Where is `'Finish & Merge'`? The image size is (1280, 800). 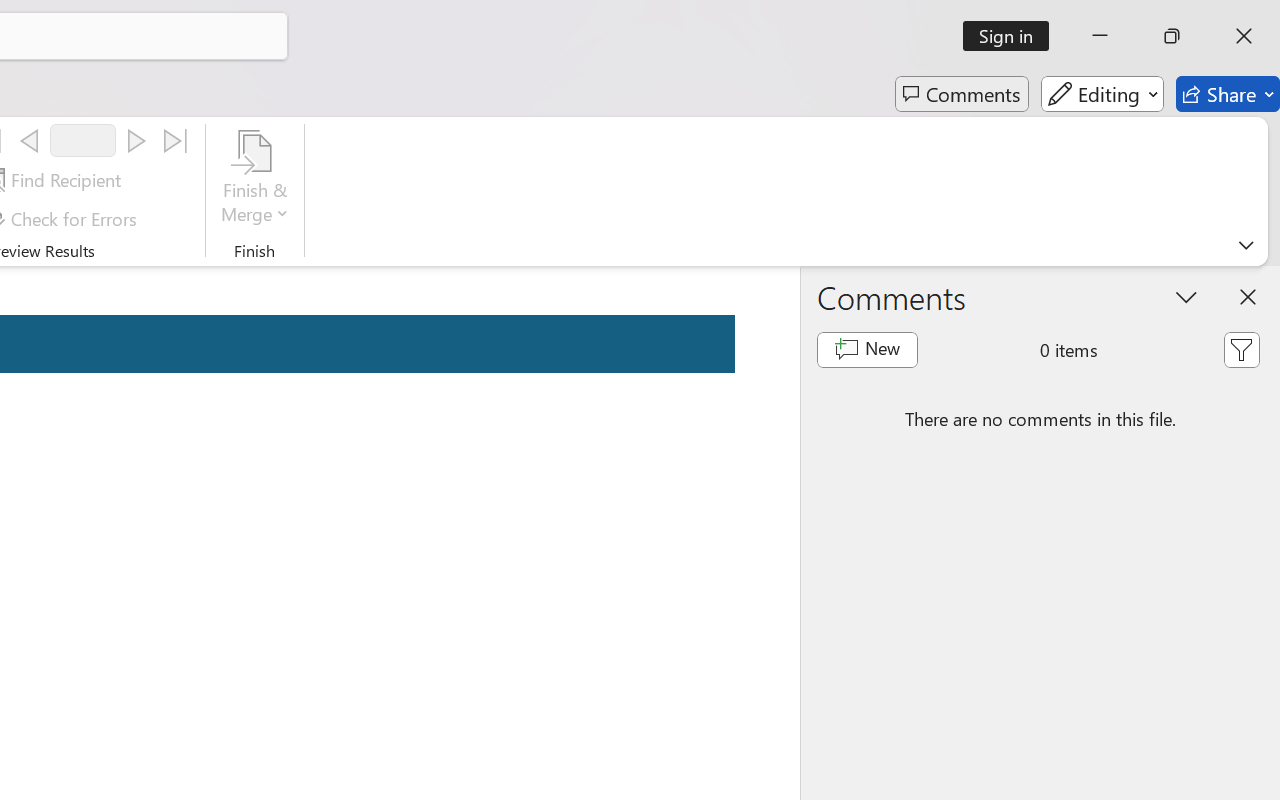 'Finish & Merge' is located at coordinates (254, 179).